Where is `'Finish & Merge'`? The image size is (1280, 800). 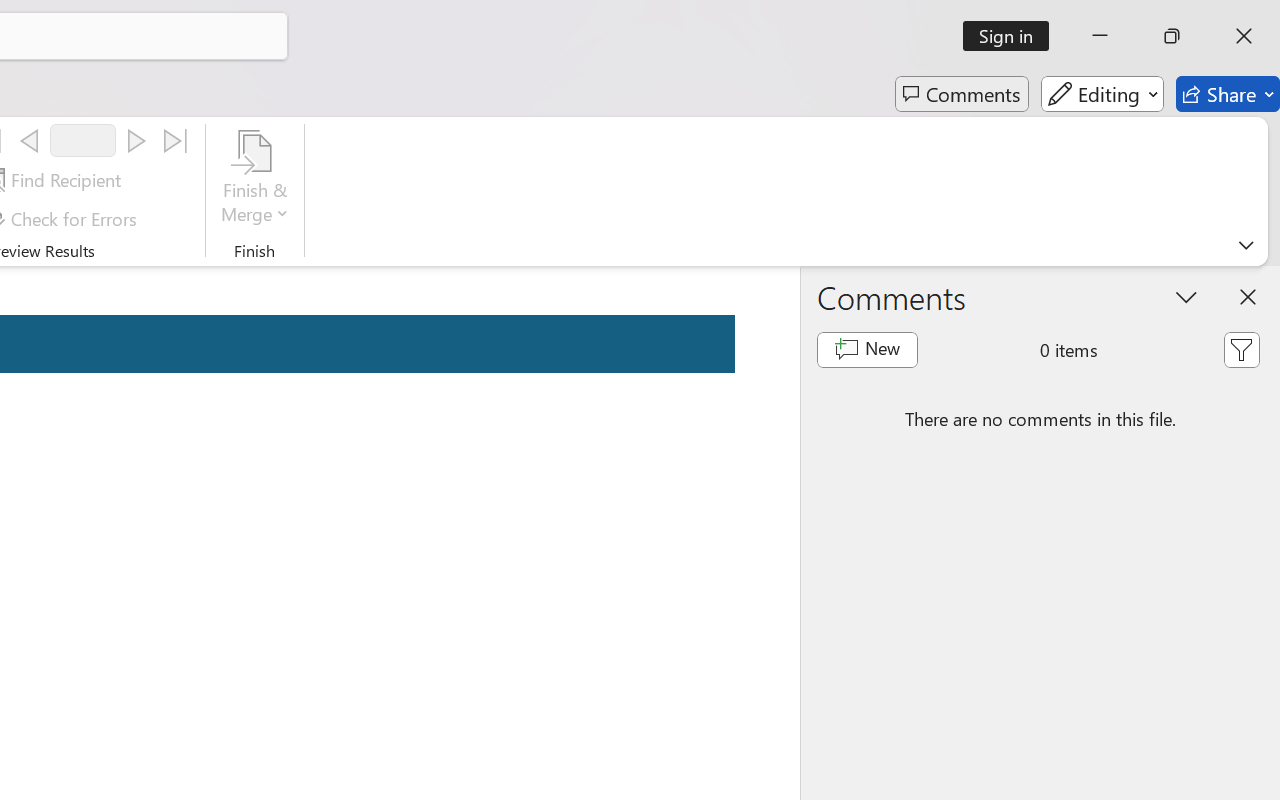 'Finish & Merge' is located at coordinates (254, 179).